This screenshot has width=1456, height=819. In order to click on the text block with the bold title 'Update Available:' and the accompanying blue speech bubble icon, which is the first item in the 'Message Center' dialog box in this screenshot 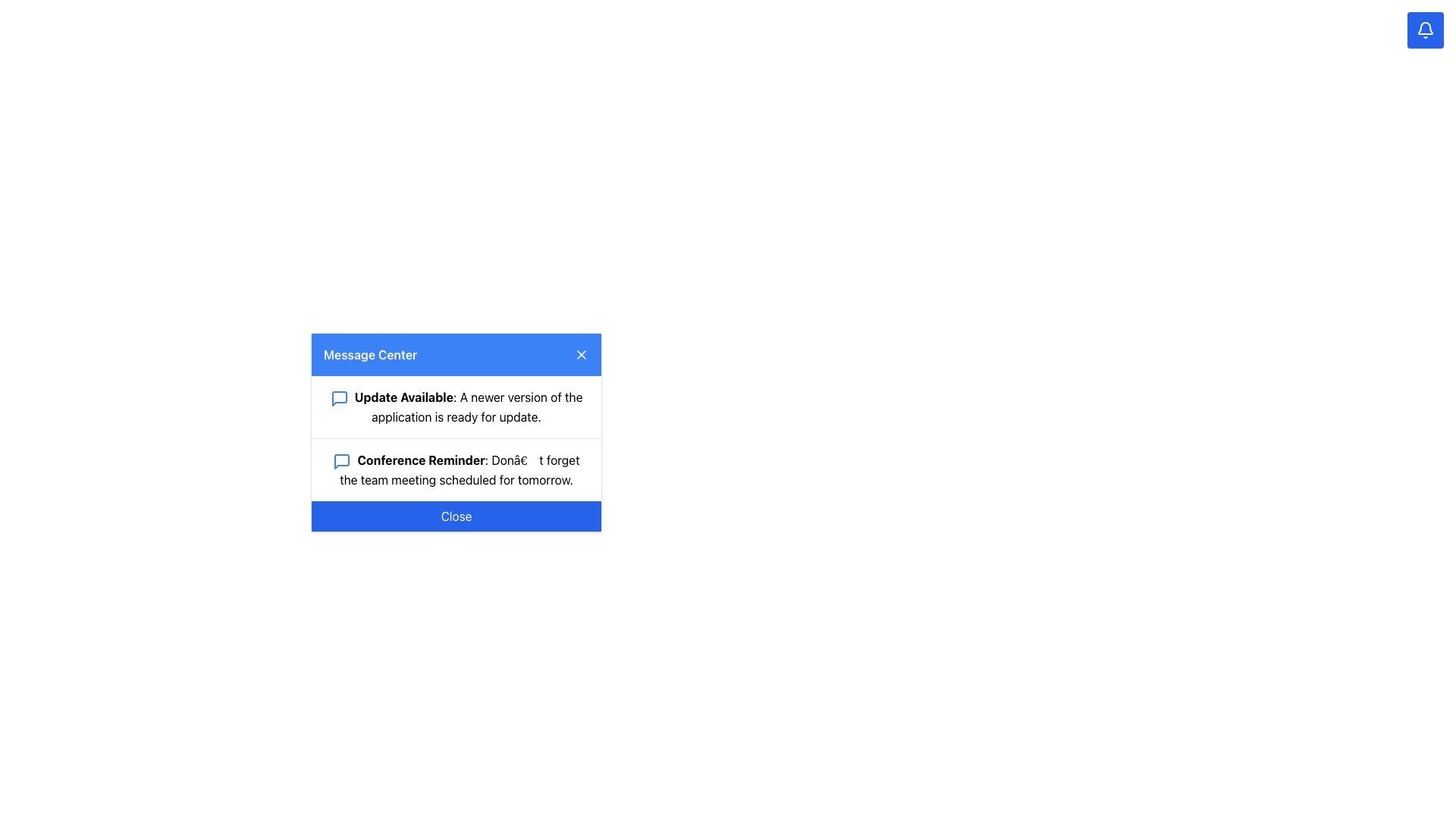, I will do `click(455, 406)`.